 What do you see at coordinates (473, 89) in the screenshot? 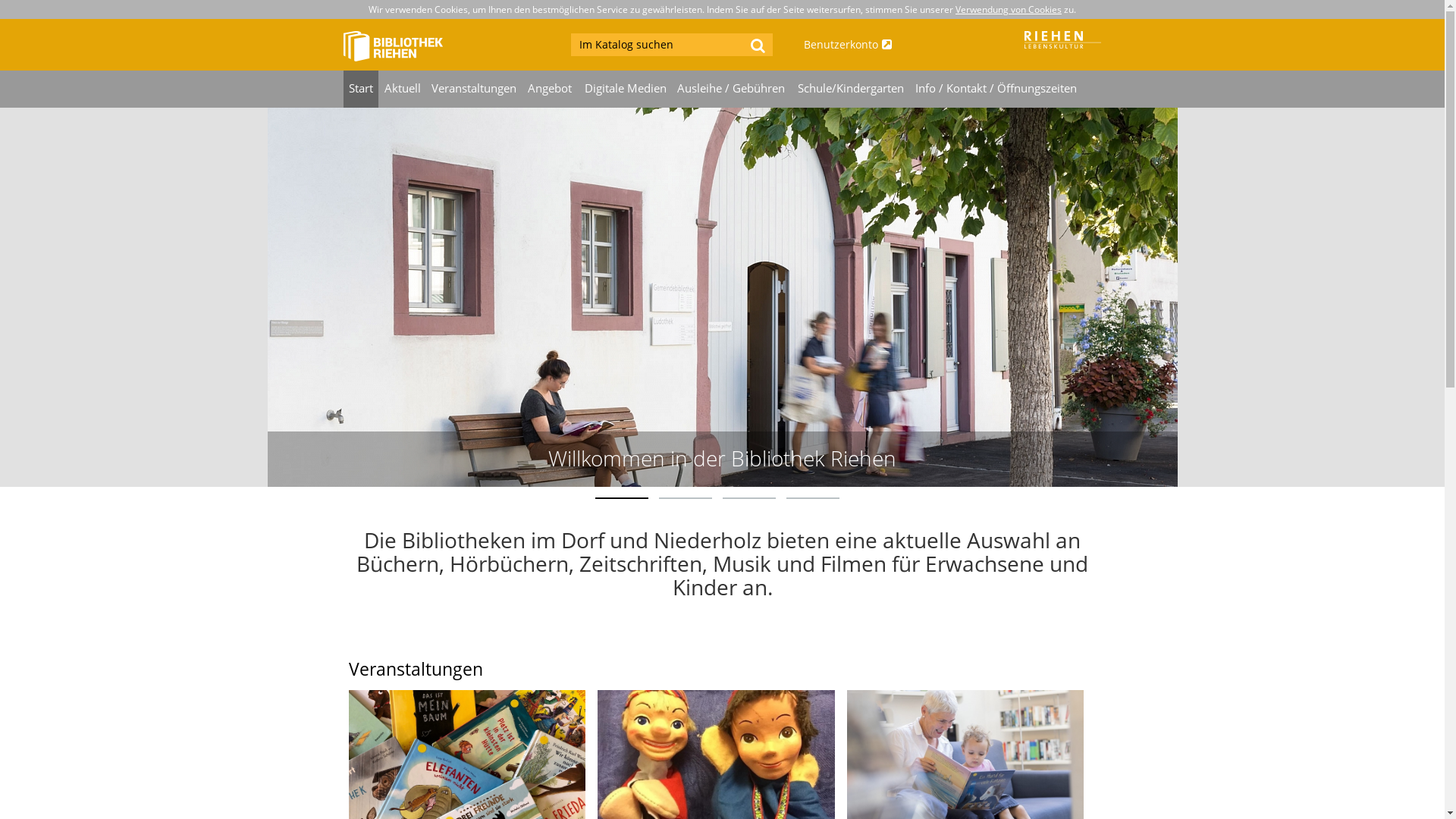
I see `'Veranstaltungen'` at bounding box center [473, 89].